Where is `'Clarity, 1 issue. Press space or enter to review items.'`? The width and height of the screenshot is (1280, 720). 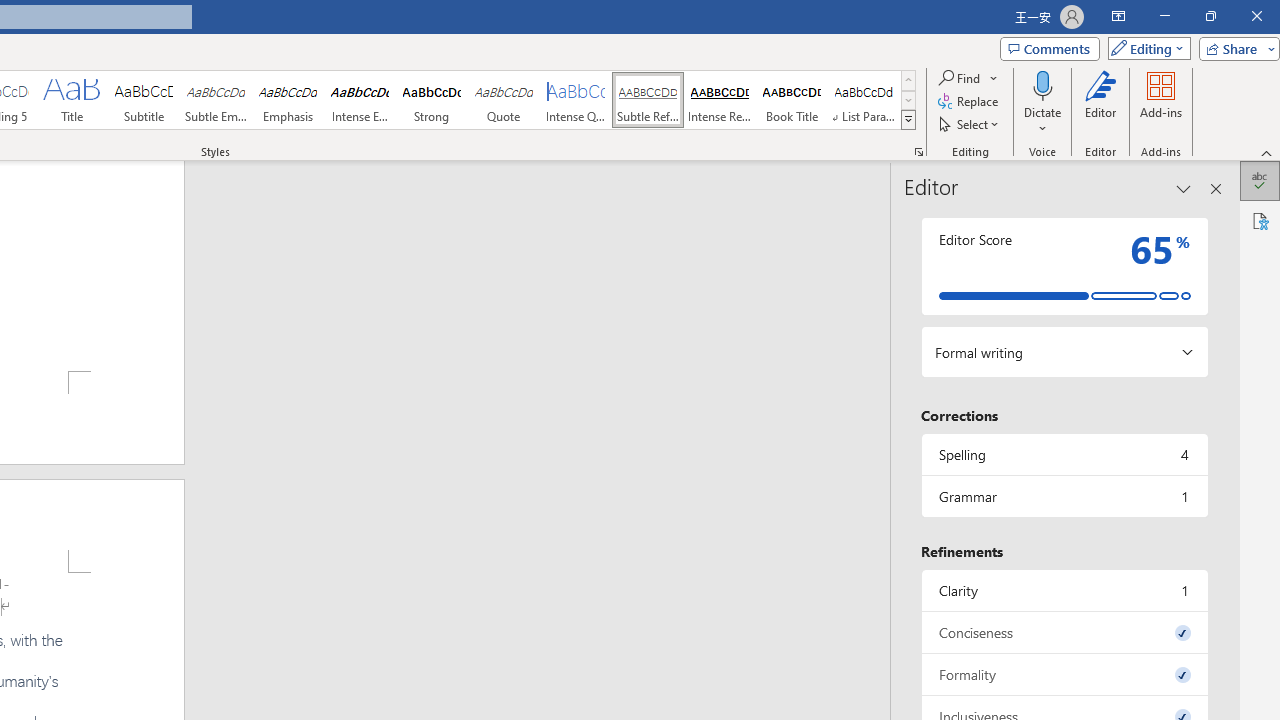 'Clarity, 1 issue. Press space or enter to review items.' is located at coordinates (1063, 589).